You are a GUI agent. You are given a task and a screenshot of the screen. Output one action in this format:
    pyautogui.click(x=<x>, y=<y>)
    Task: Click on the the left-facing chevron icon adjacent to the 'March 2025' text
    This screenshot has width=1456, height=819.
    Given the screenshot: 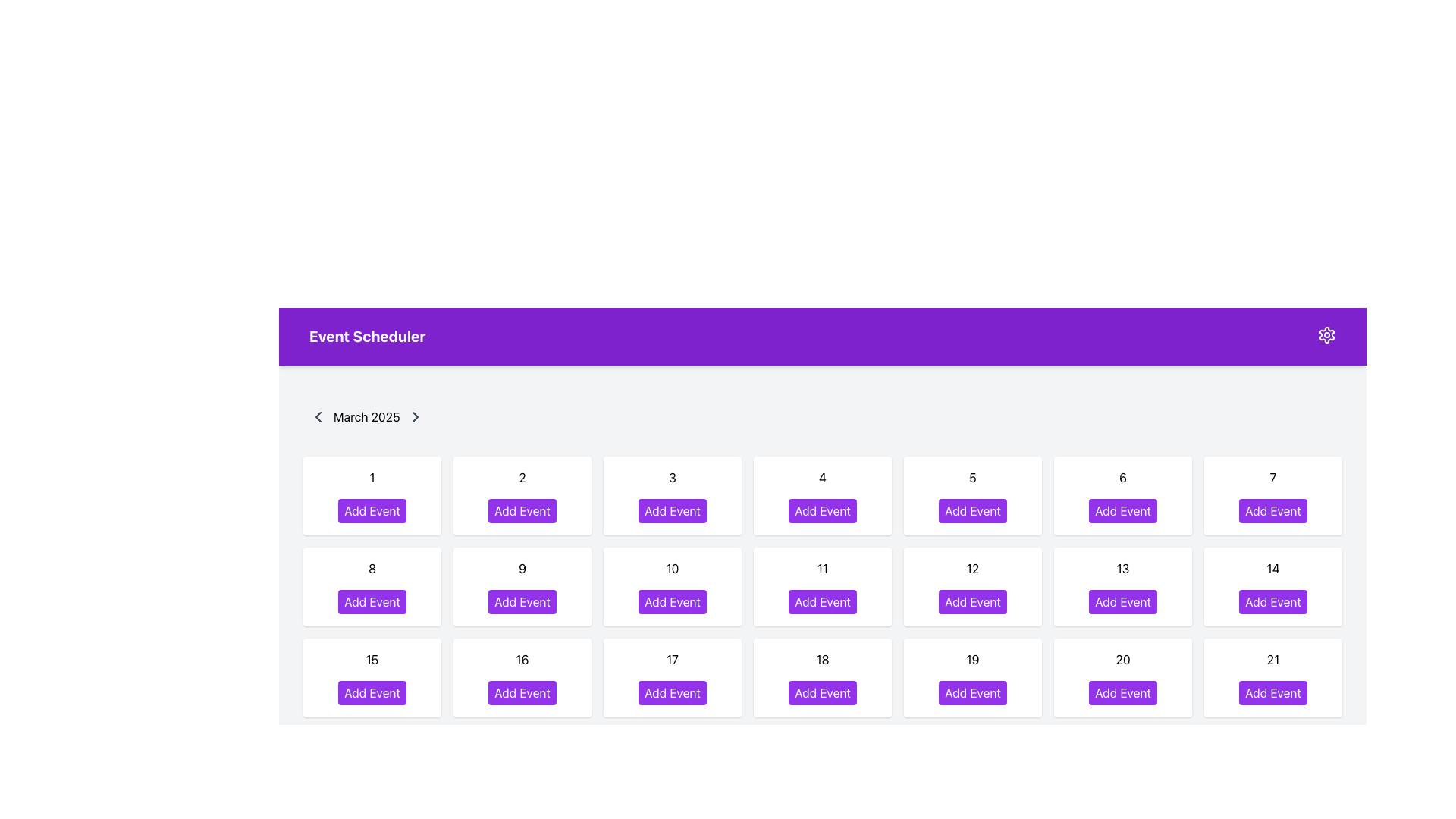 What is the action you would take?
    pyautogui.click(x=318, y=417)
    